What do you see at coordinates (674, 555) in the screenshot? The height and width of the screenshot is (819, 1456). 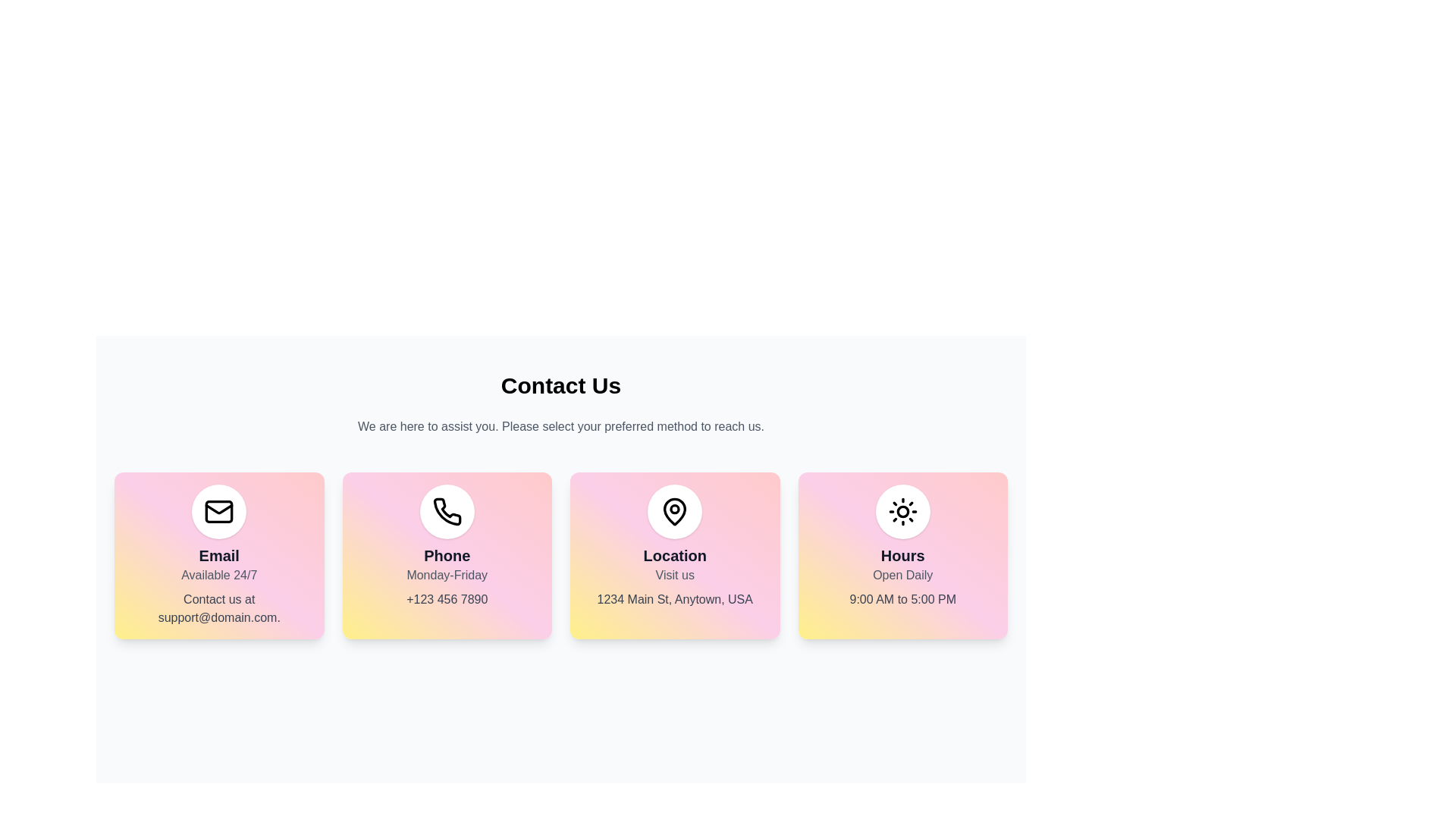 I see `the Information card styled with a gradient from yellow to pink to red, featuring a map pin icon and text headings 'Location', 'Visit us', and '1234 Main St, Anytown, USA'. This card is the third in a grid layout of four cards` at bounding box center [674, 555].